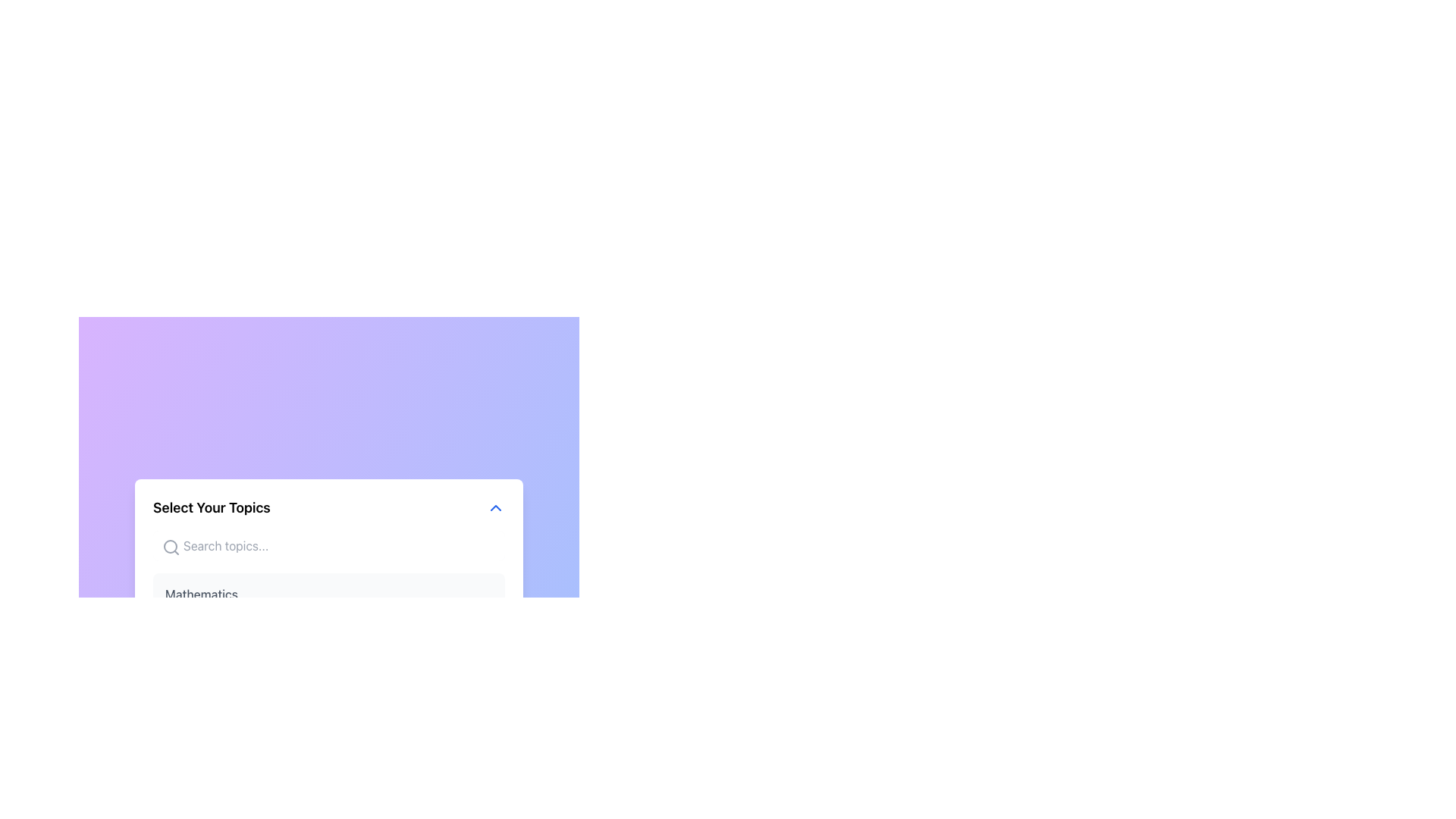 This screenshot has width=1456, height=819. Describe the element at coordinates (211, 508) in the screenshot. I see `the bold text element displaying 'Select Your Topics', which serves as a header for the section` at that location.